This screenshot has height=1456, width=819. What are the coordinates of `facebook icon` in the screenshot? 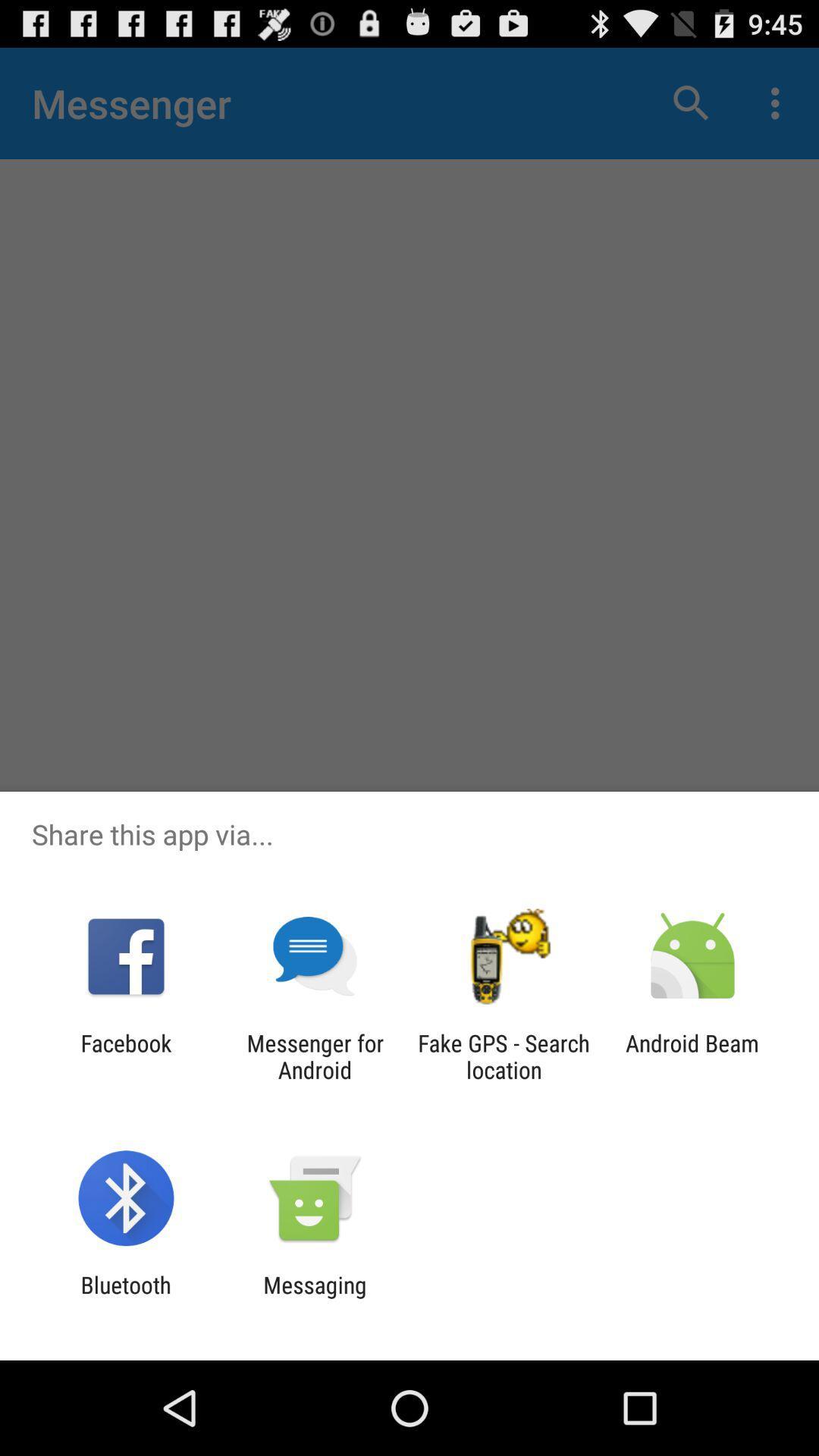 It's located at (125, 1056).